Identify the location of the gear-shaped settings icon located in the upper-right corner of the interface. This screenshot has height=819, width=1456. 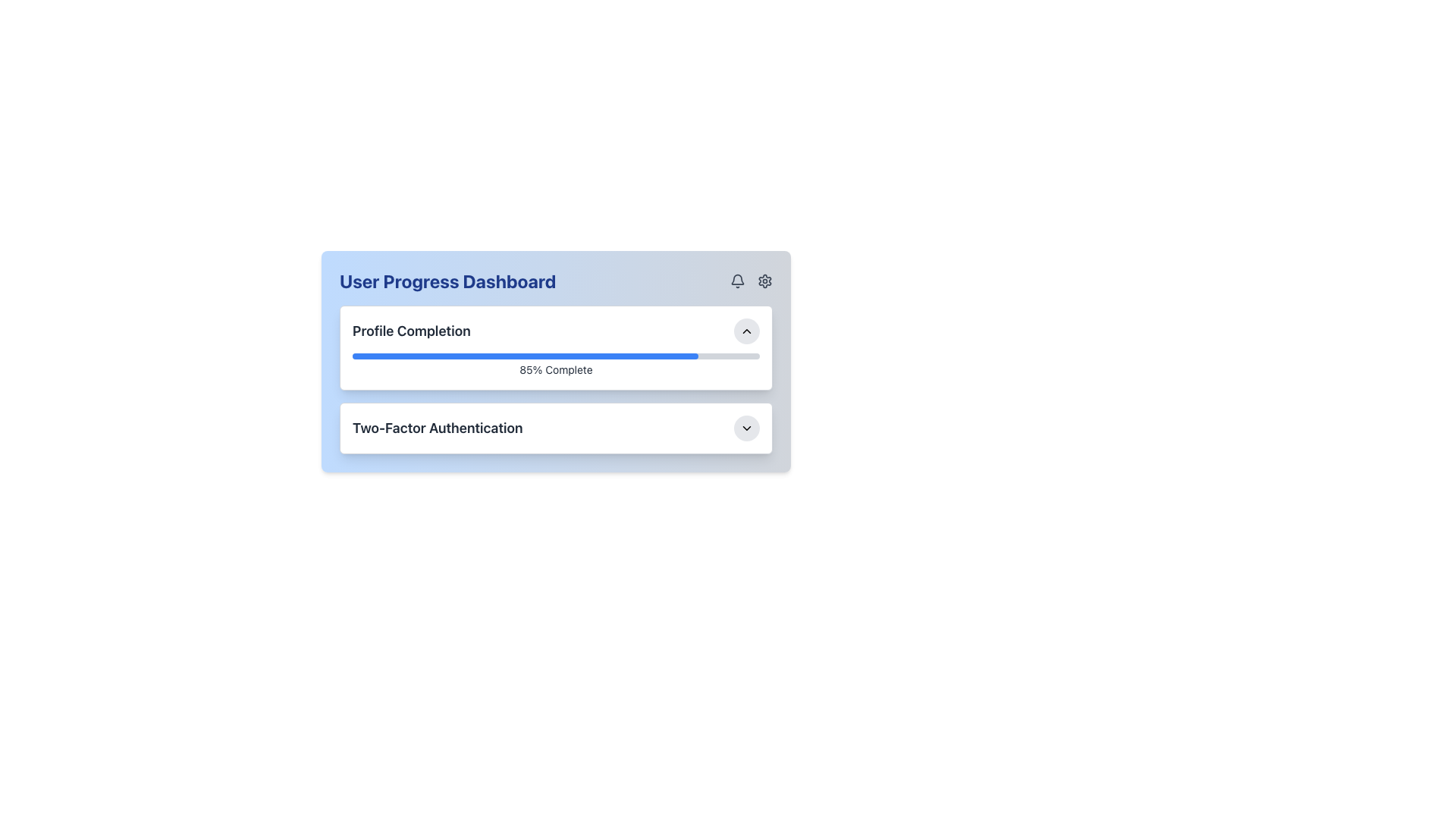
(764, 281).